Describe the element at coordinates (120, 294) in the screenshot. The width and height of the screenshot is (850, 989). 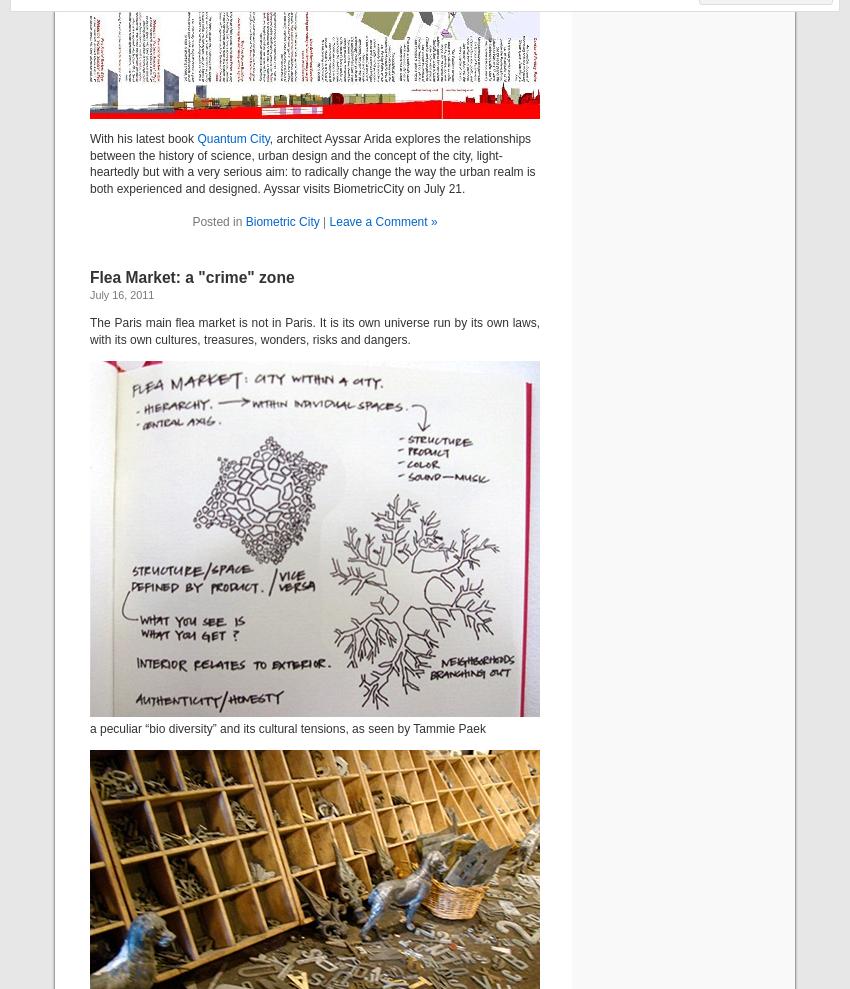
I see `'July 16, 2011'` at that location.